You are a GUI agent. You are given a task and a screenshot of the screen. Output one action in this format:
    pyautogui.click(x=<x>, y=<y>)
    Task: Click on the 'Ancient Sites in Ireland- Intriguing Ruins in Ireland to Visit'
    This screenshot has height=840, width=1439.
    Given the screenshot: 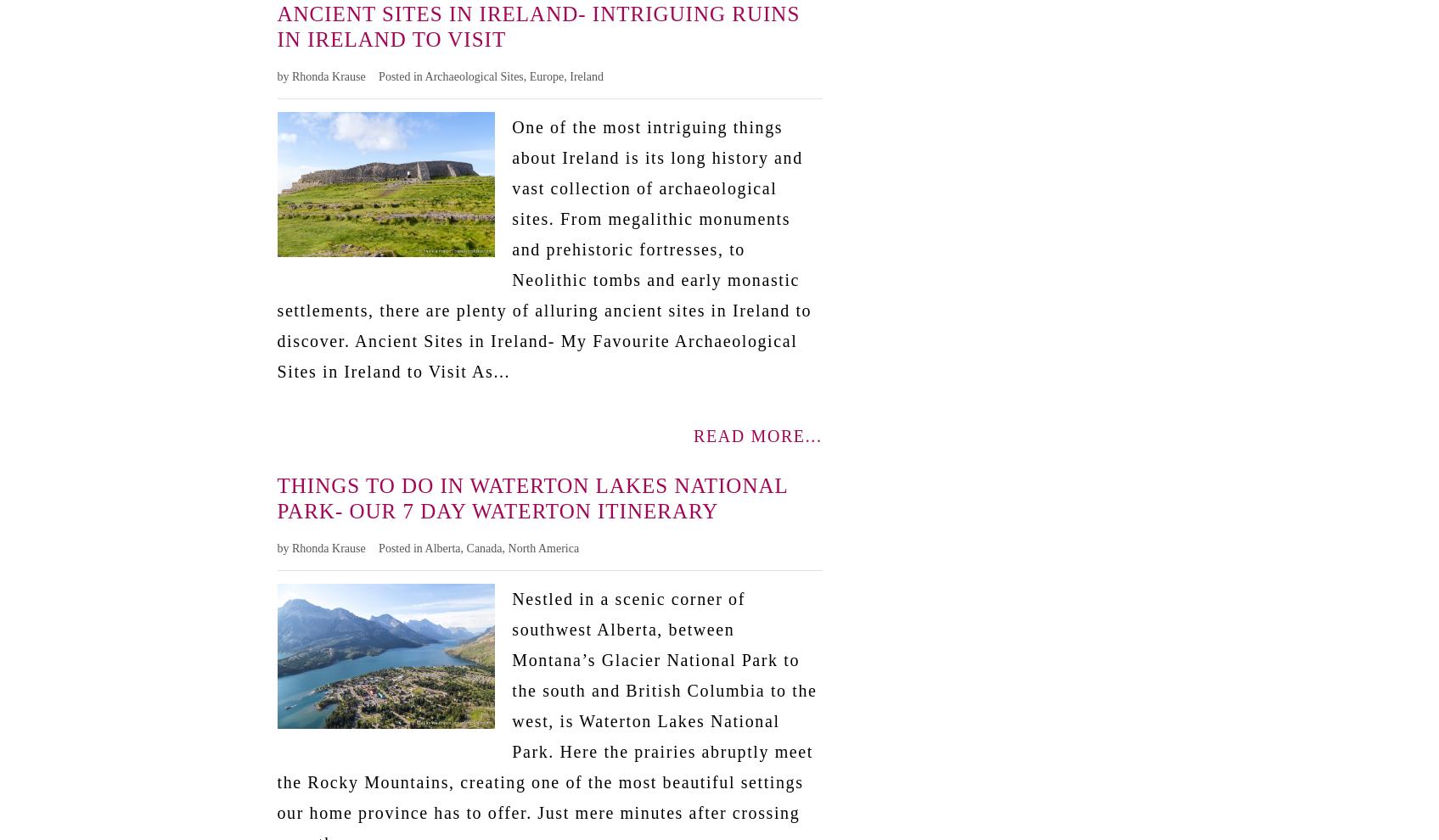 What is the action you would take?
    pyautogui.click(x=537, y=25)
    